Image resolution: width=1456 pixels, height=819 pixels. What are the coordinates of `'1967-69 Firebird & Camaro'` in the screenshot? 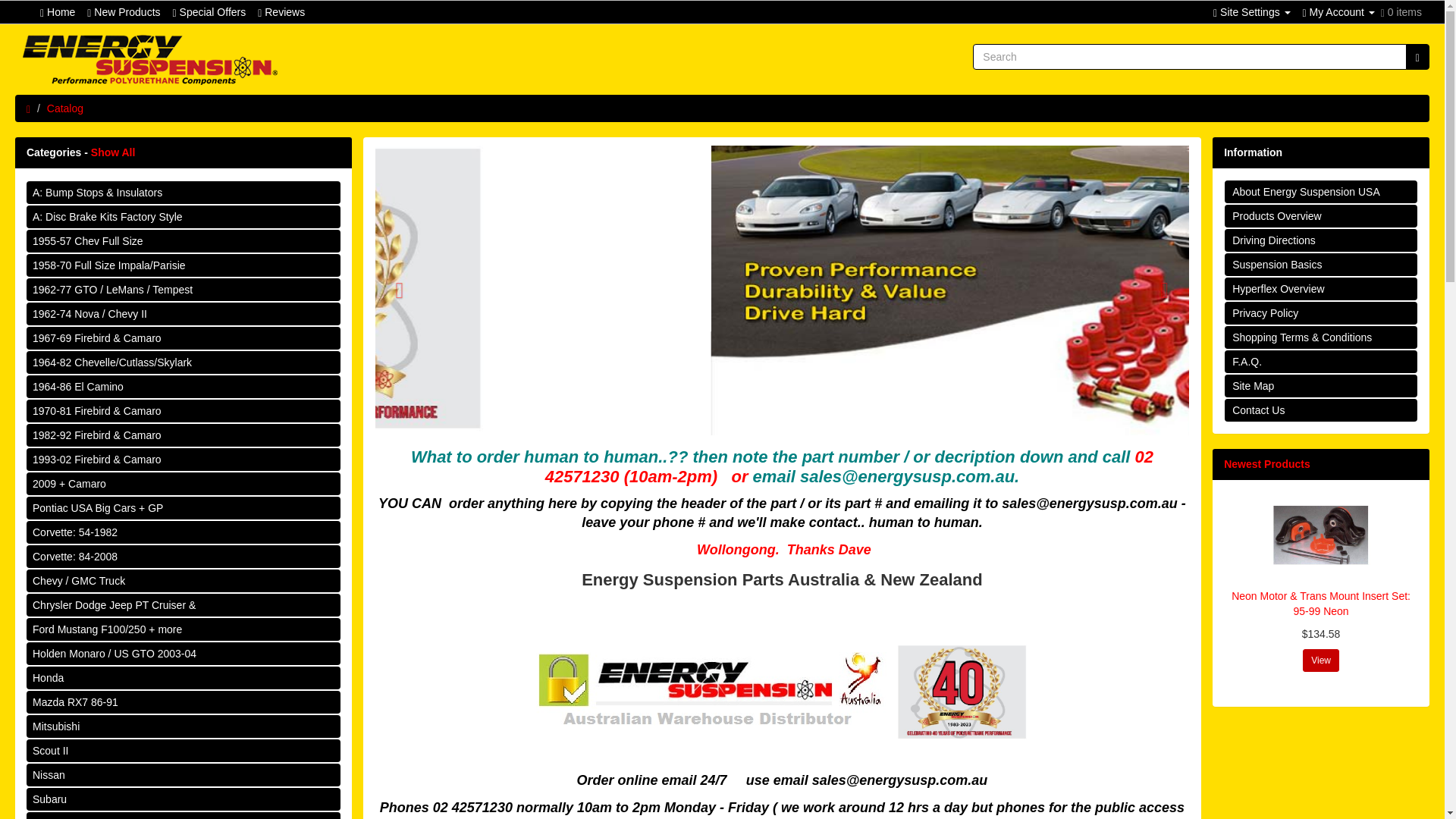 It's located at (182, 337).